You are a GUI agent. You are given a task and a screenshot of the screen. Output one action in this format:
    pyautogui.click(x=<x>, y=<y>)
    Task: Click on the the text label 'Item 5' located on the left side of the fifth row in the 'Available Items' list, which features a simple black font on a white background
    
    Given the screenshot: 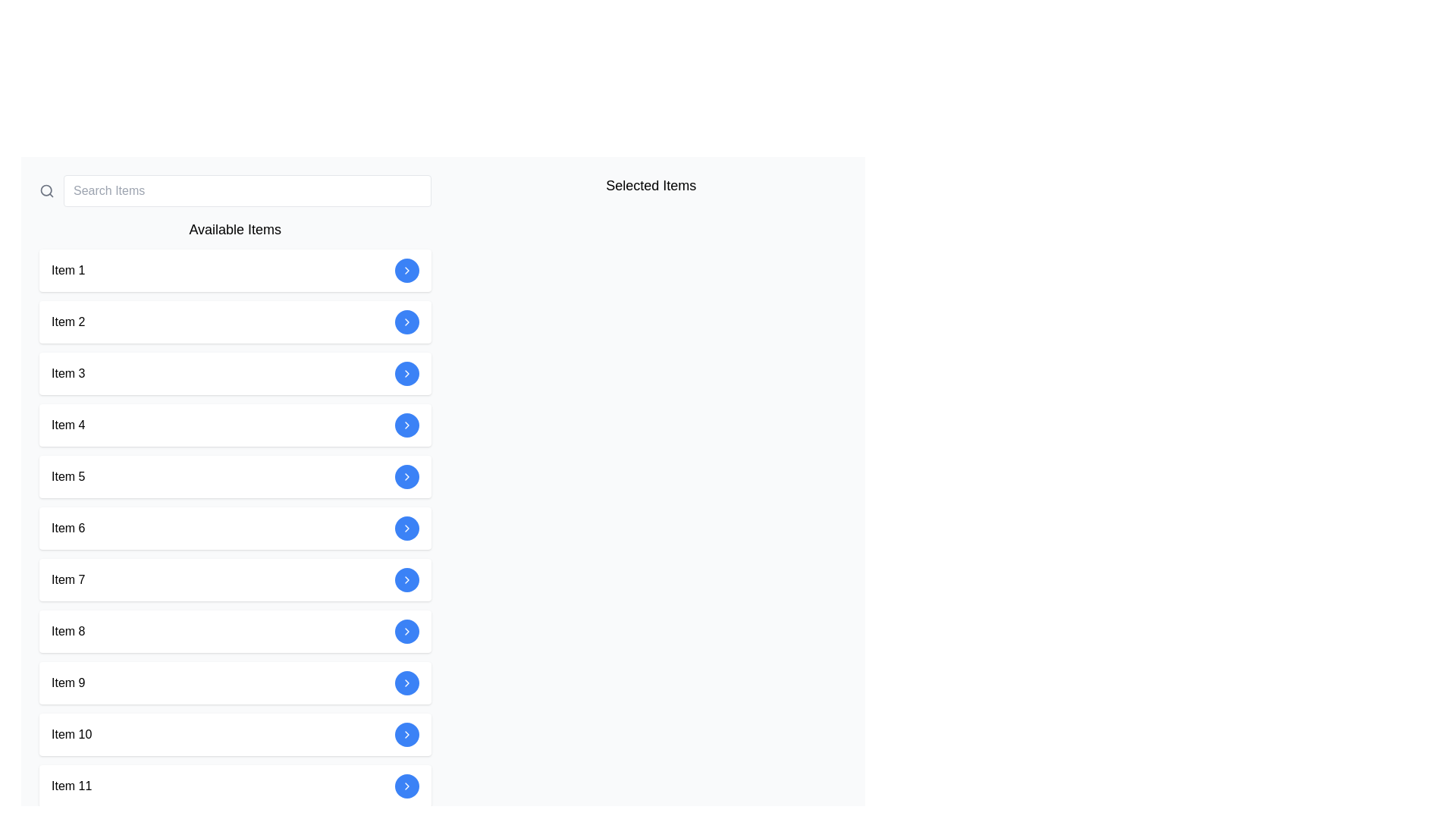 What is the action you would take?
    pyautogui.click(x=67, y=475)
    